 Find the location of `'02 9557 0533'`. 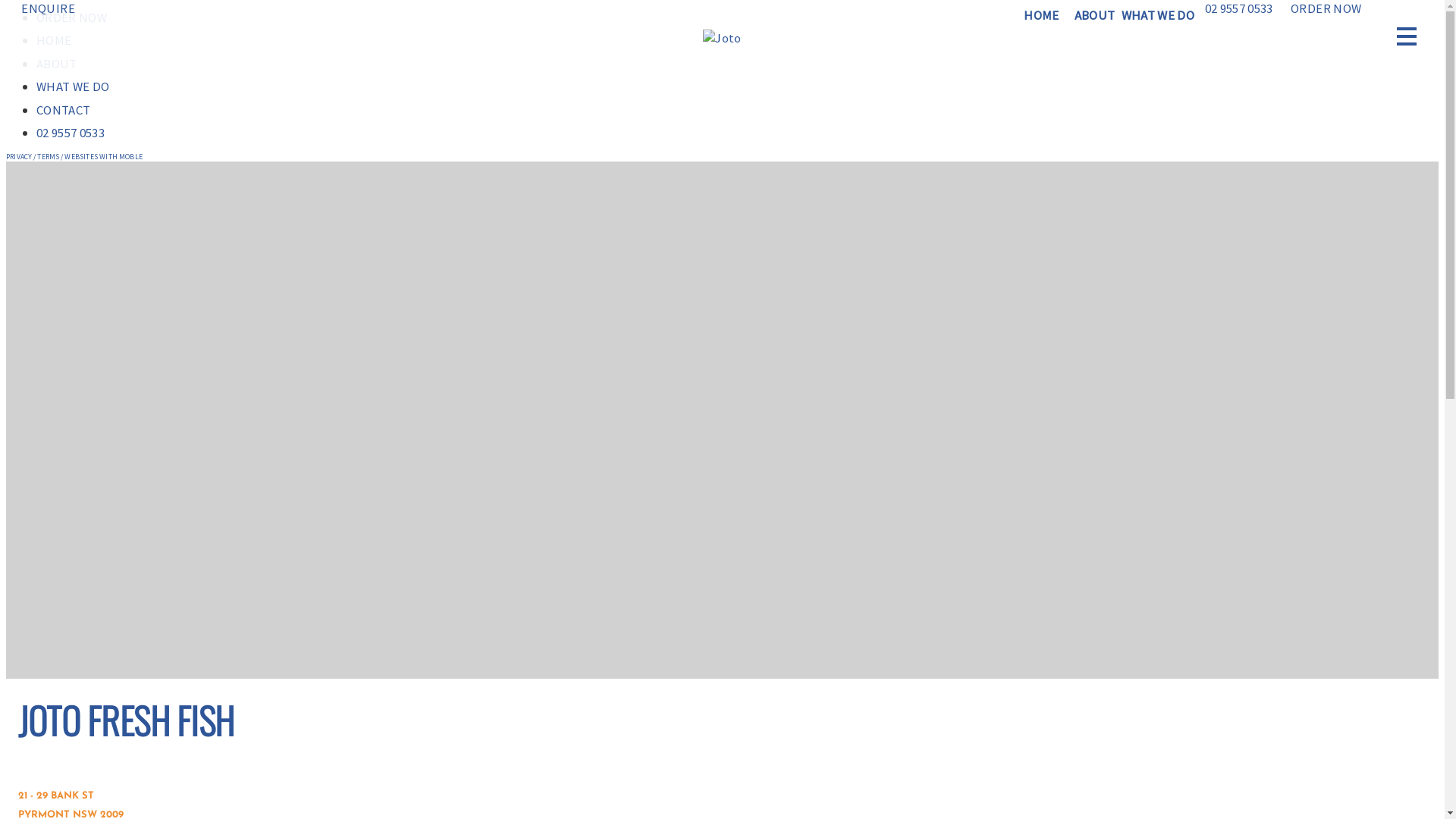

'02 9557 0533' is located at coordinates (69, 131).